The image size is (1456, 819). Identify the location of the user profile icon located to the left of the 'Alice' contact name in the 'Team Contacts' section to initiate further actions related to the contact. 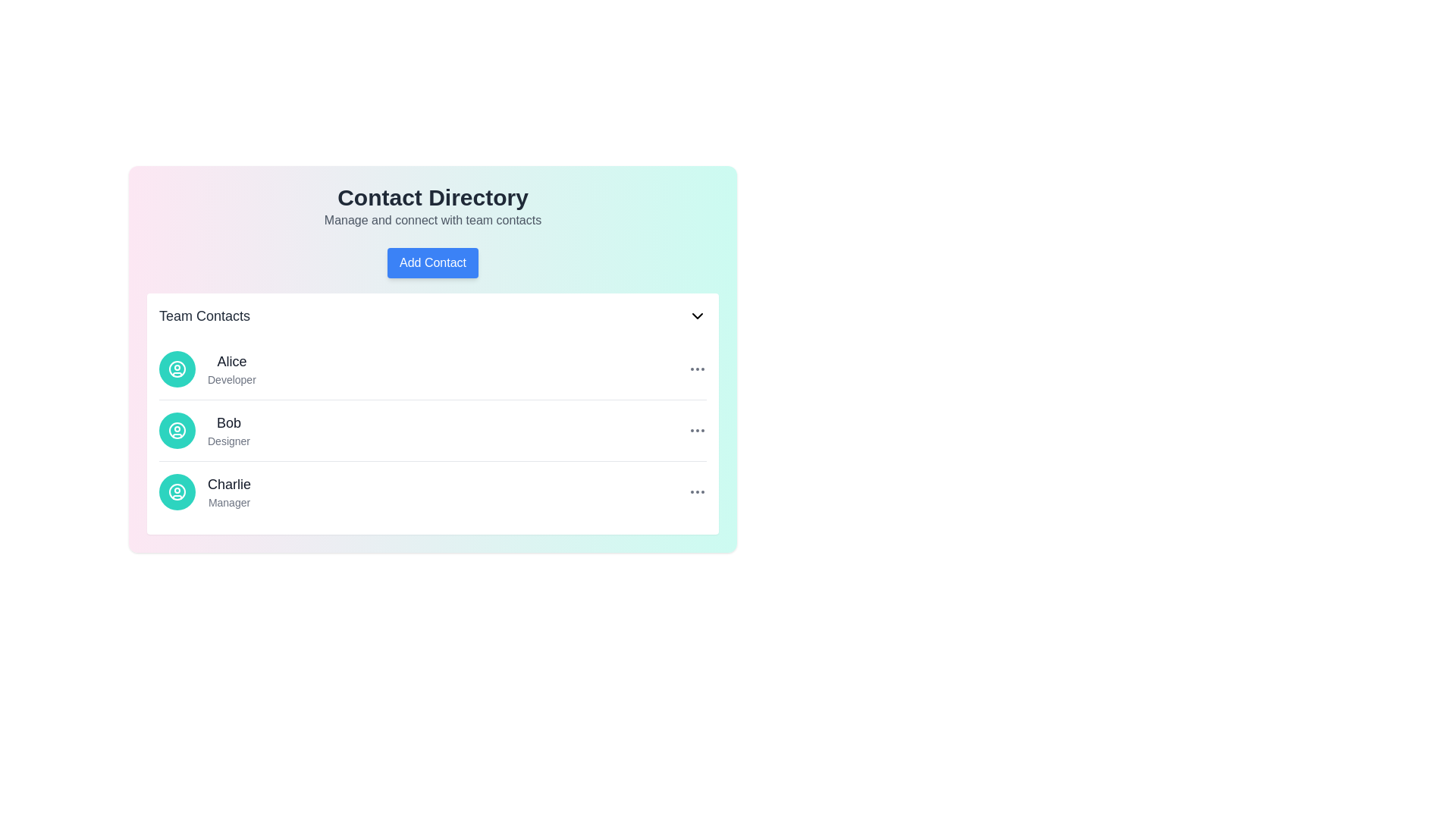
(177, 369).